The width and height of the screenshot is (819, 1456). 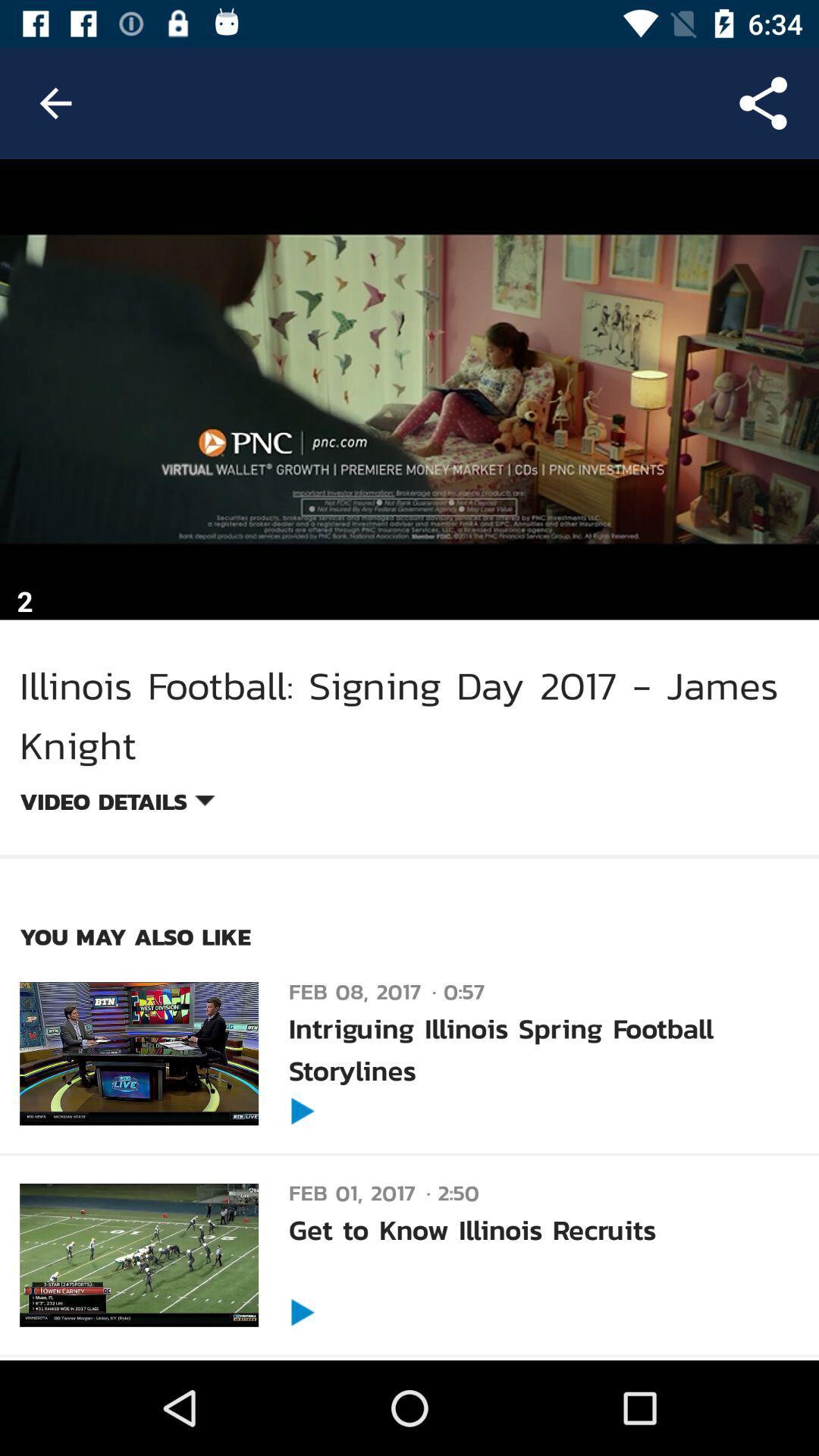 What do you see at coordinates (116, 803) in the screenshot?
I see `item above you may also icon` at bounding box center [116, 803].